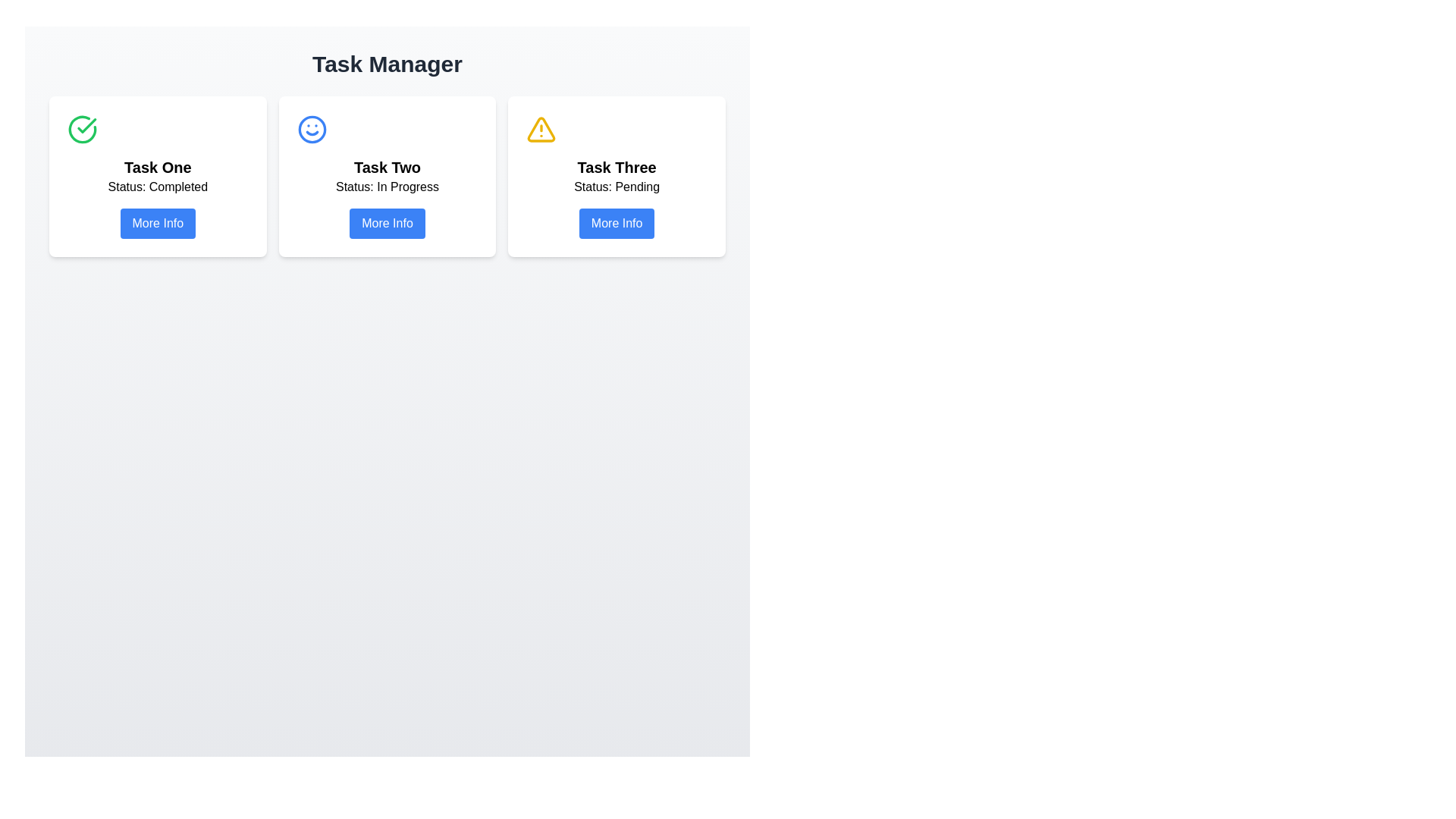 The width and height of the screenshot is (1456, 819). What do you see at coordinates (158, 186) in the screenshot?
I see `the static text label that informs the user about the completion status of 'Task One', positioned below the 'Task One' title and above the 'More Info' button within the first task card` at bounding box center [158, 186].